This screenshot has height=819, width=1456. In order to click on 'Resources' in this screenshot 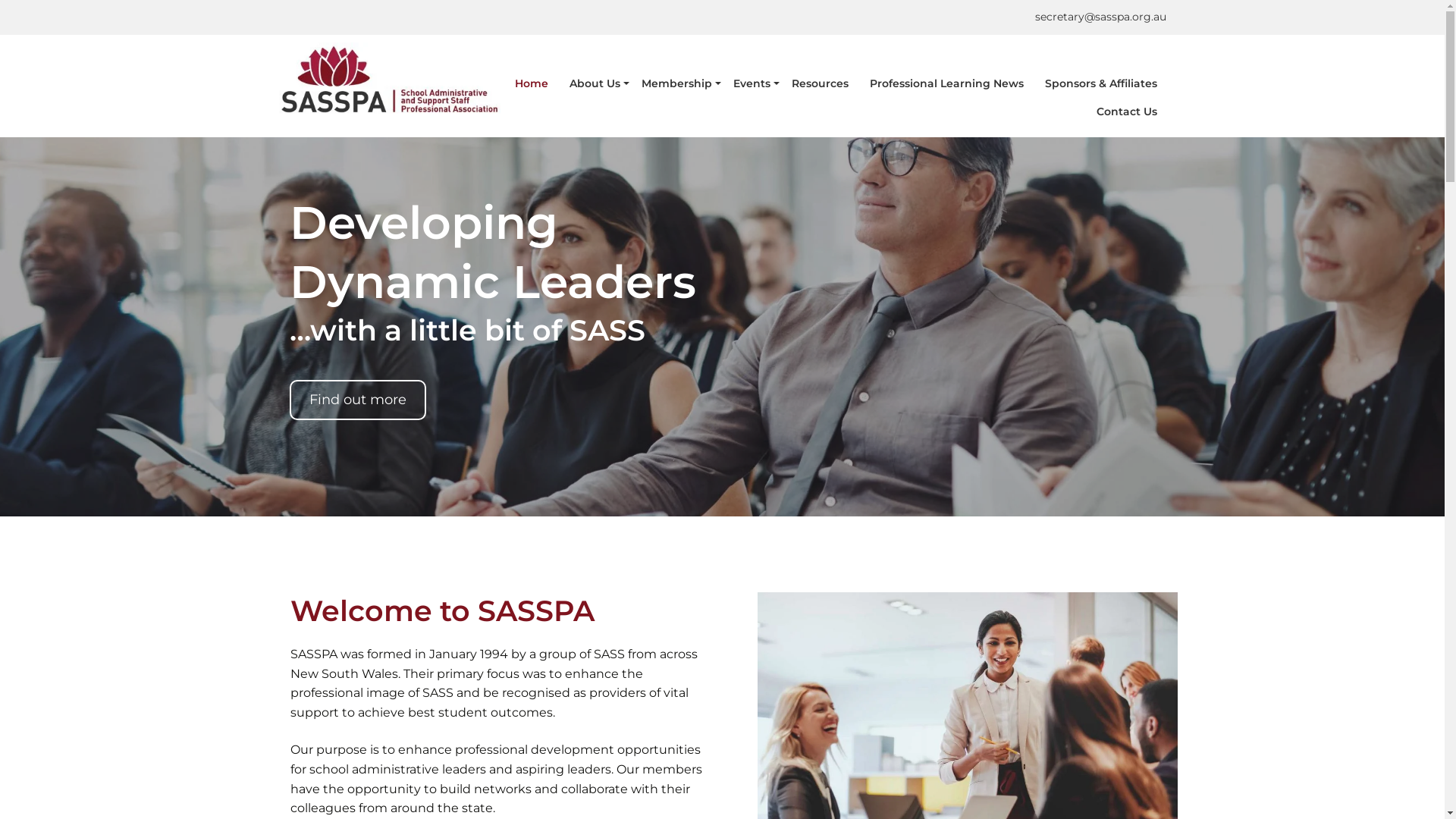, I will do `click(783, 83)`.